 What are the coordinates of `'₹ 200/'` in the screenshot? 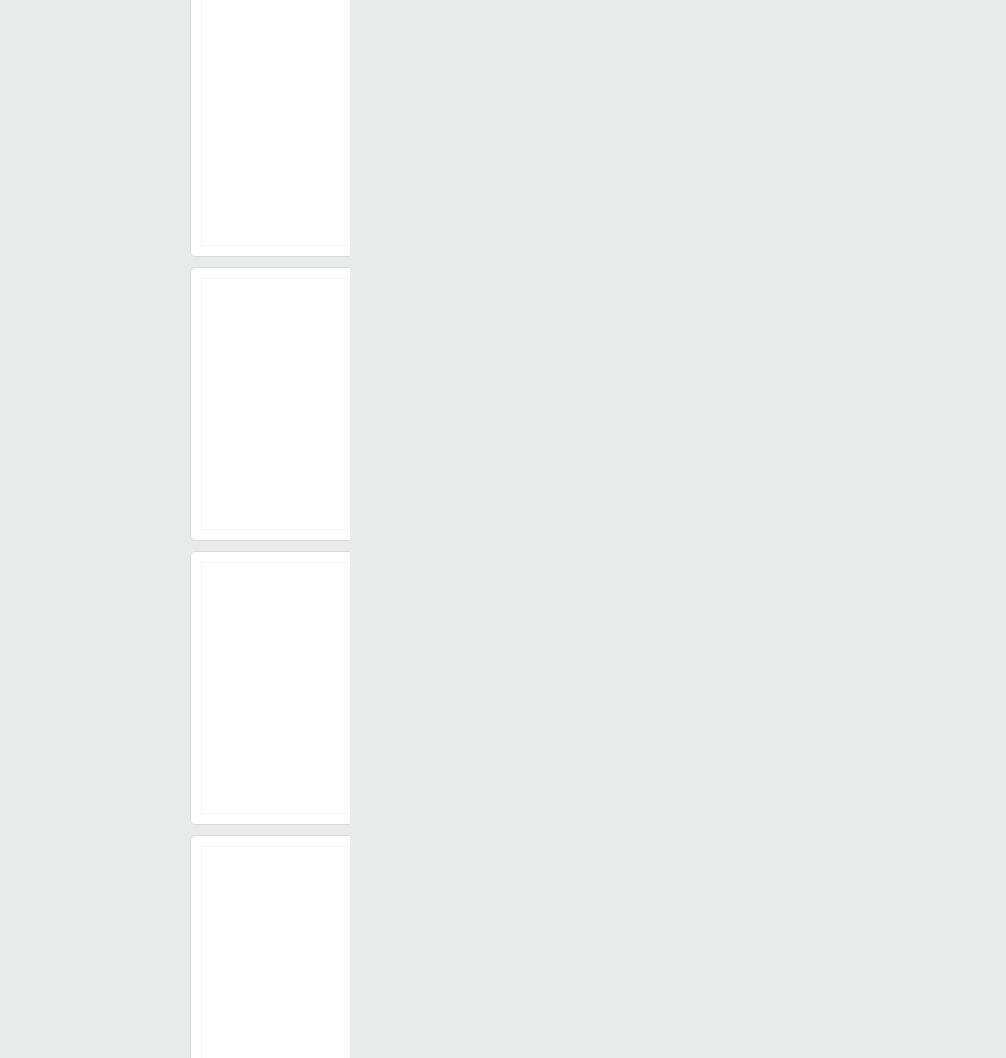 It's located at (501, 413).